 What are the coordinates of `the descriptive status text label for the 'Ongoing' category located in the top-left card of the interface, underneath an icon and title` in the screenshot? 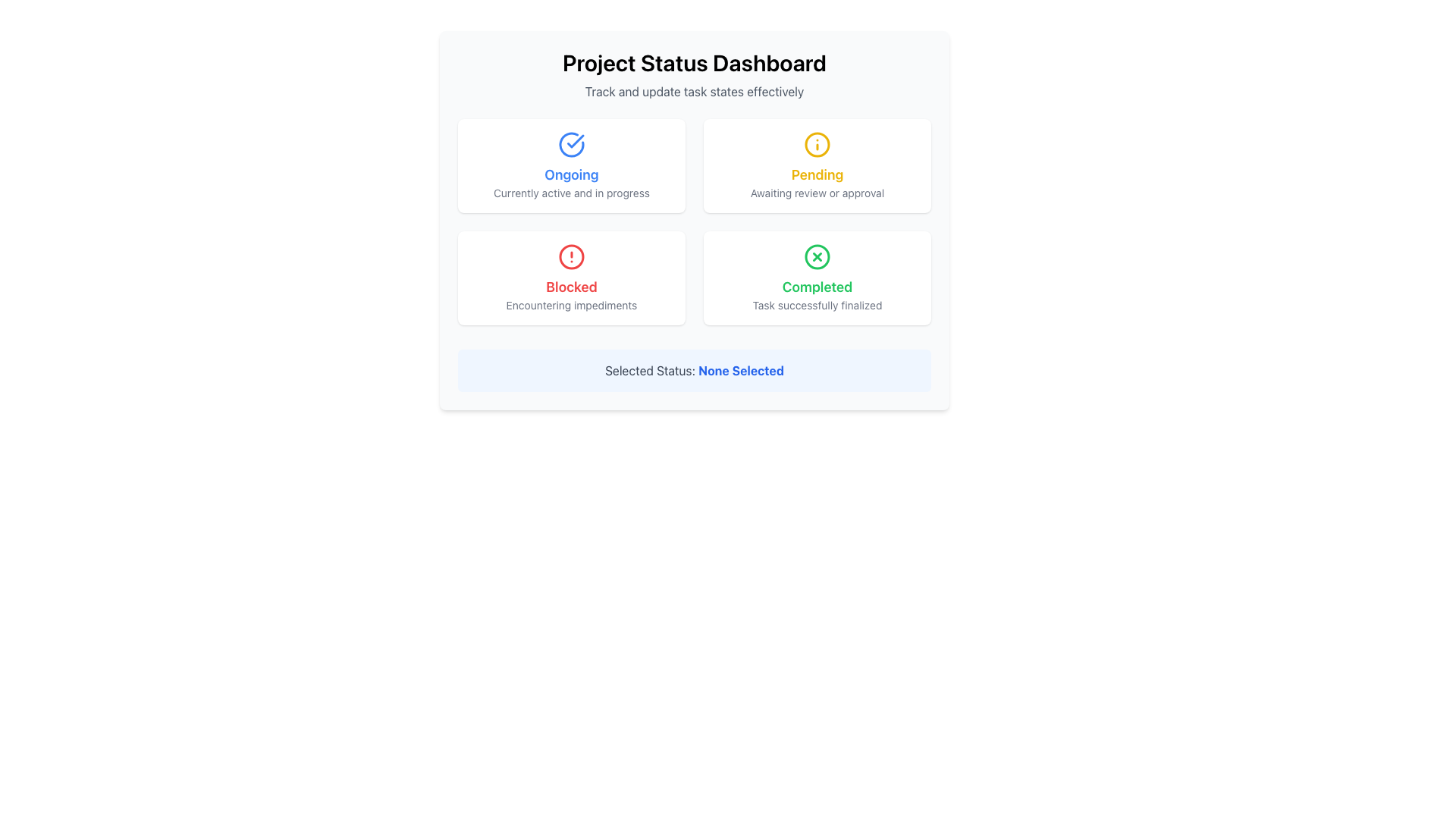 It's located at (570, 192).